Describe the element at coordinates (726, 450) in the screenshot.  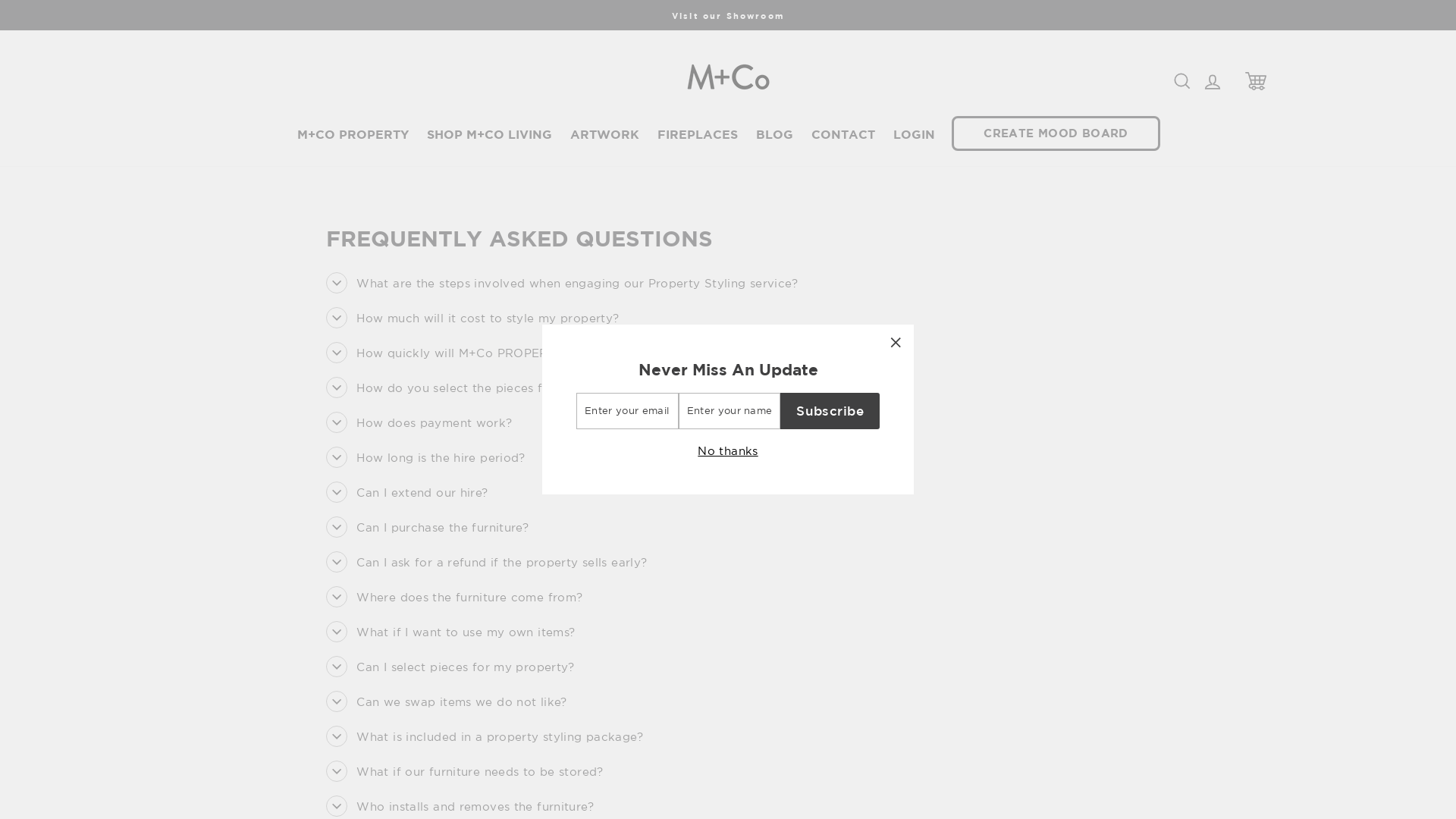
I see `'No thanks'` at that location.